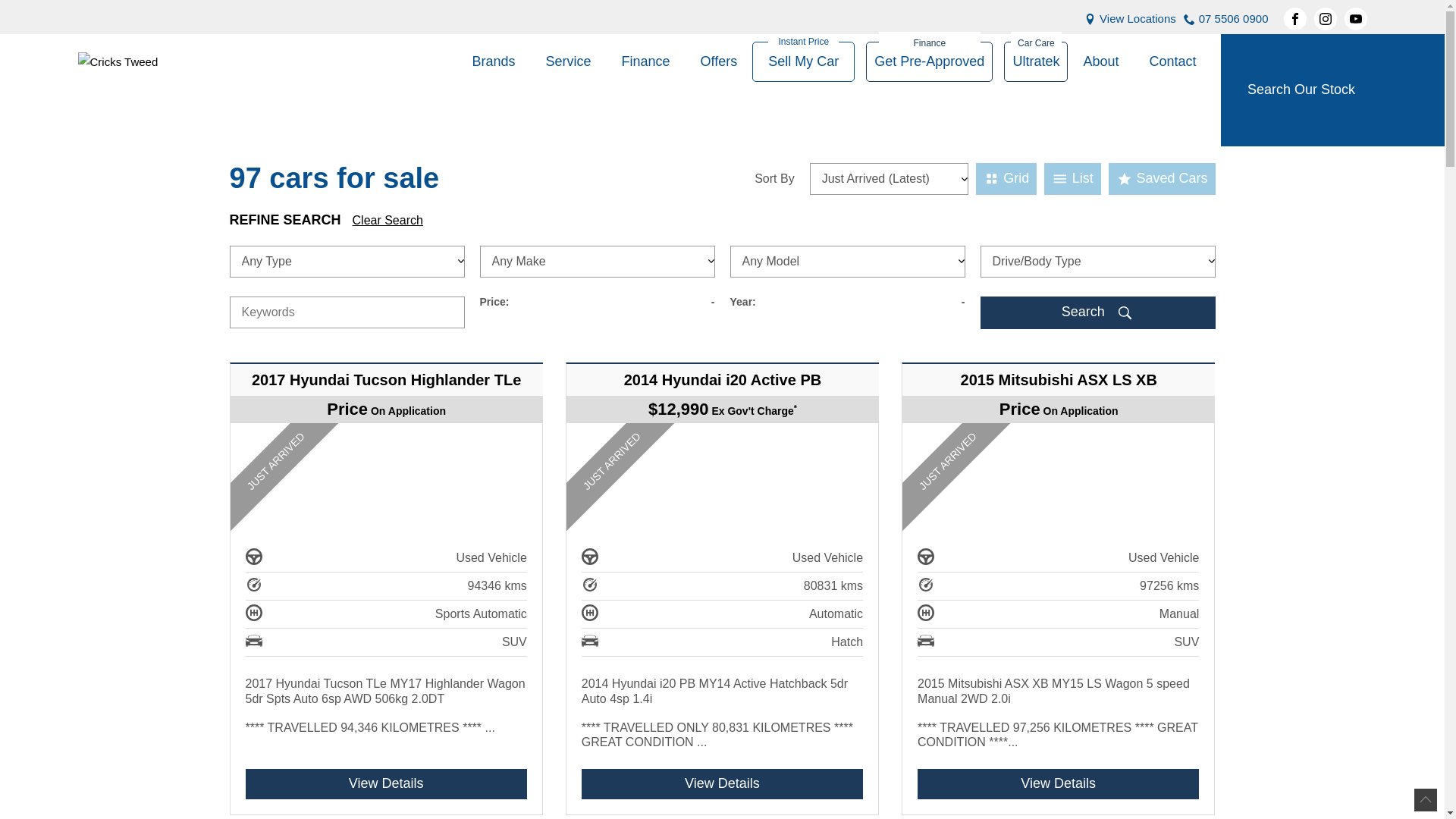 Image resolution: width=1456 pixels, height=819 pixels. I want to click on 'Sell My Car', so click(802, 61).